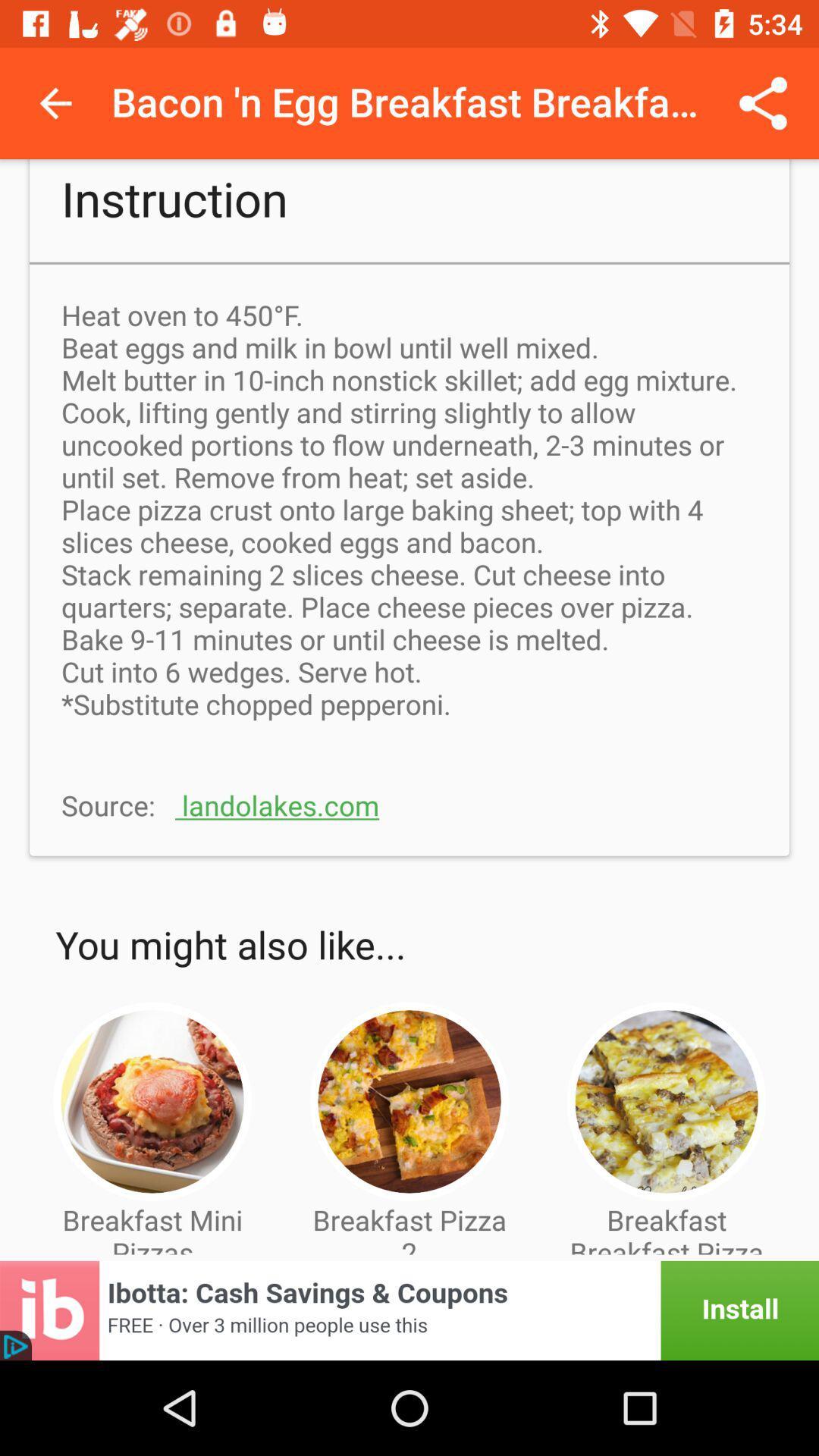 This screenshot has height=1456, width=819. I want to click on share icon which is at the top right side of the page, so click(763, 103).